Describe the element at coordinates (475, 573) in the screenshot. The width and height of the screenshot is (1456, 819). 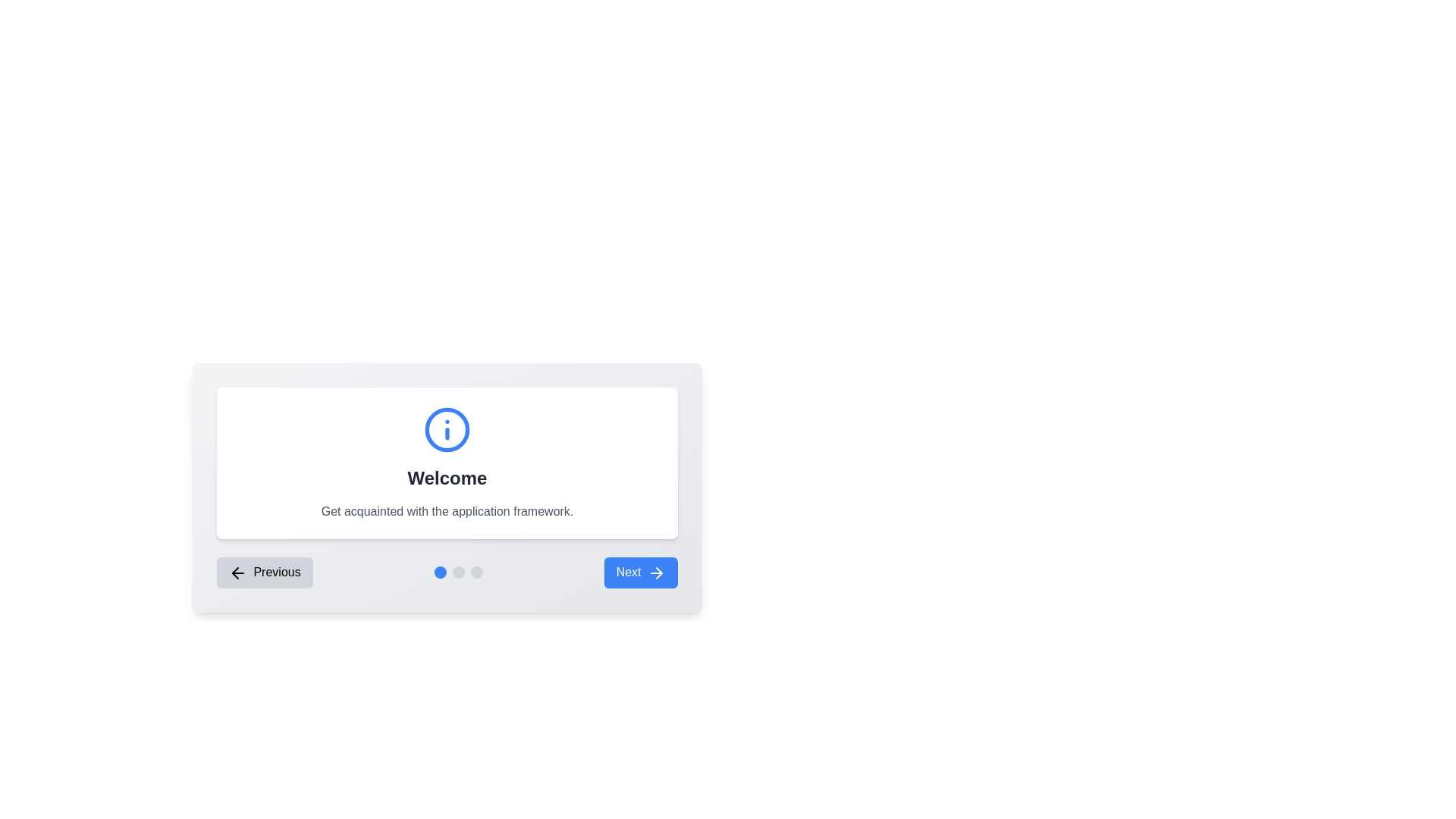
I see `the rightmost gray circular indicator, which is the third in a row of three similar indicators, located below a rectangular card element` at that location.